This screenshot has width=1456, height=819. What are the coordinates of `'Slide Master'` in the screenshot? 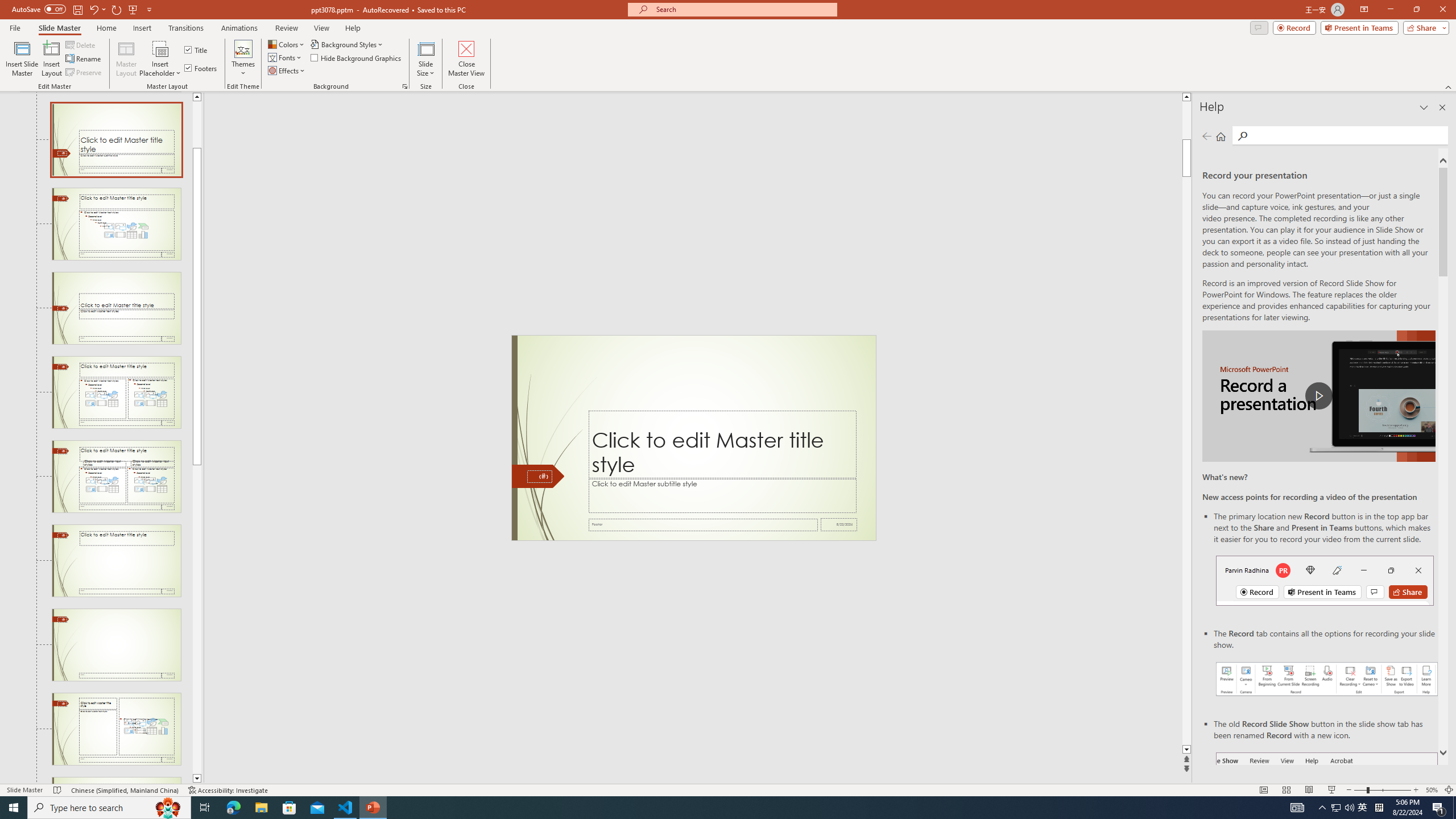 It's located at (59, 28).